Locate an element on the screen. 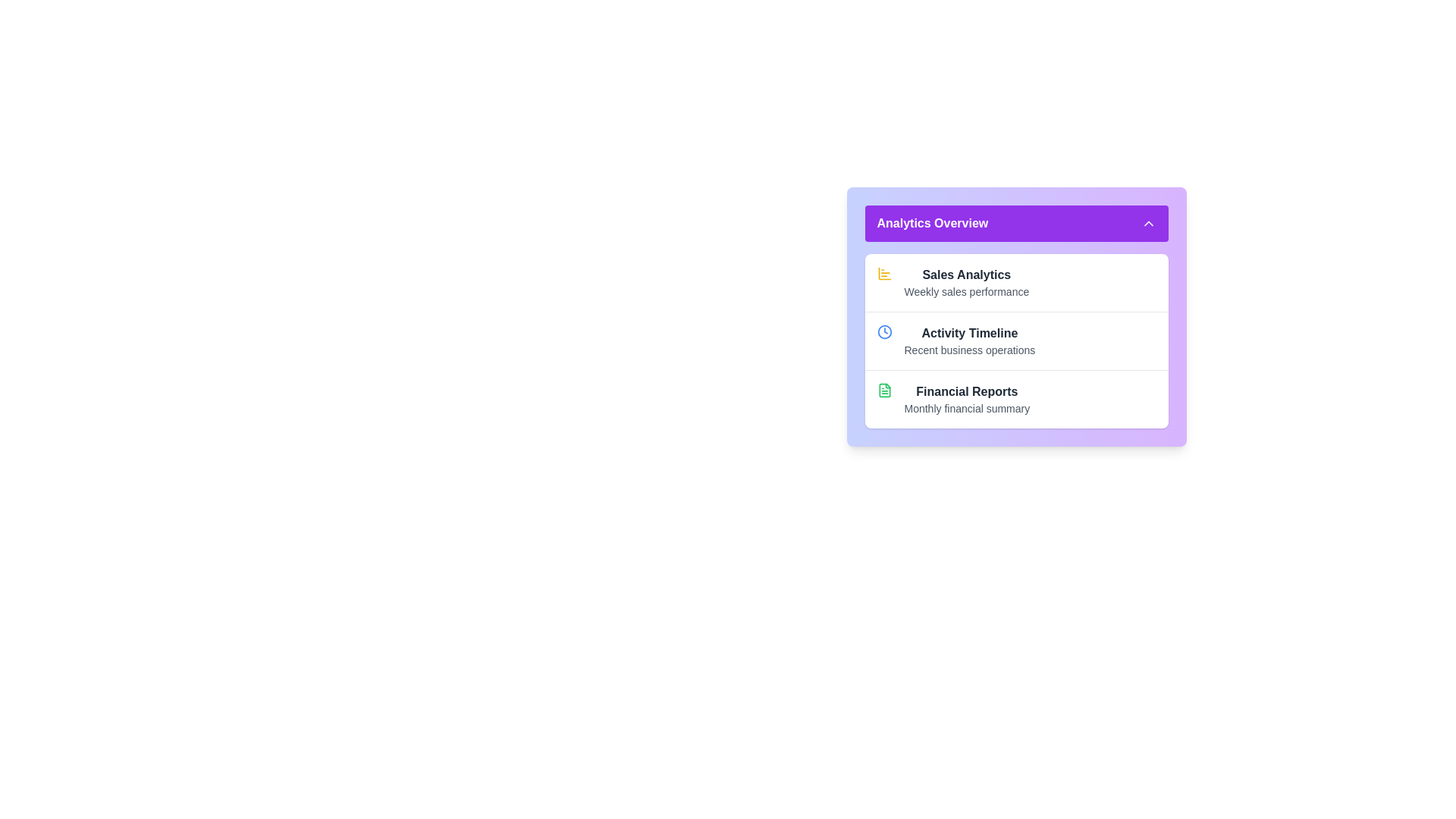 The height and width of the screenshot is (819, 1456). text label located in the purple header bar, which serves as a title indicating the purpose or content of the panel is located at coordinates (931, 223).